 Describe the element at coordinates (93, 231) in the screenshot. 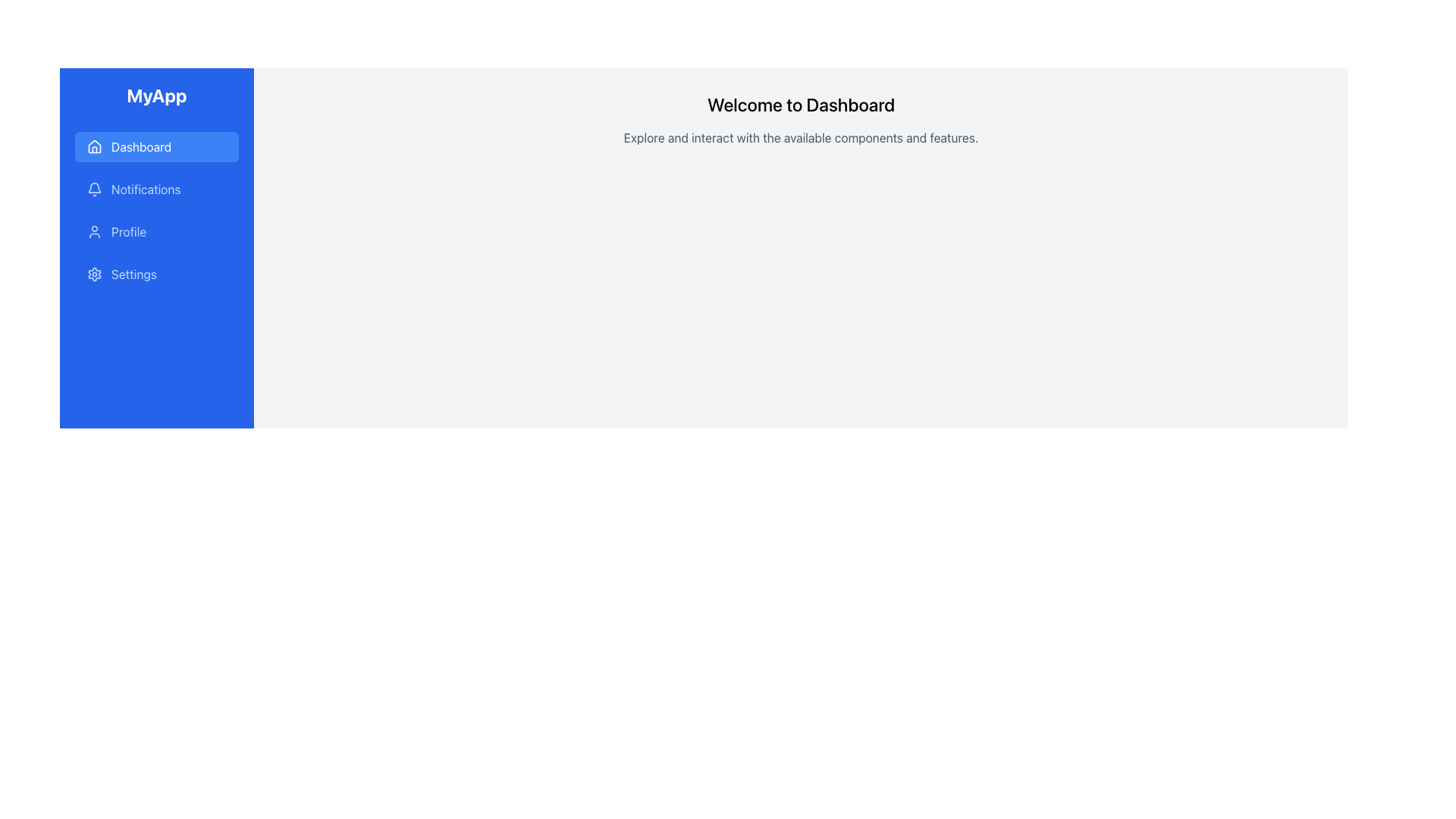

I see `the user icon in the 'Profile' option of the vertical navigation menu` at that location.